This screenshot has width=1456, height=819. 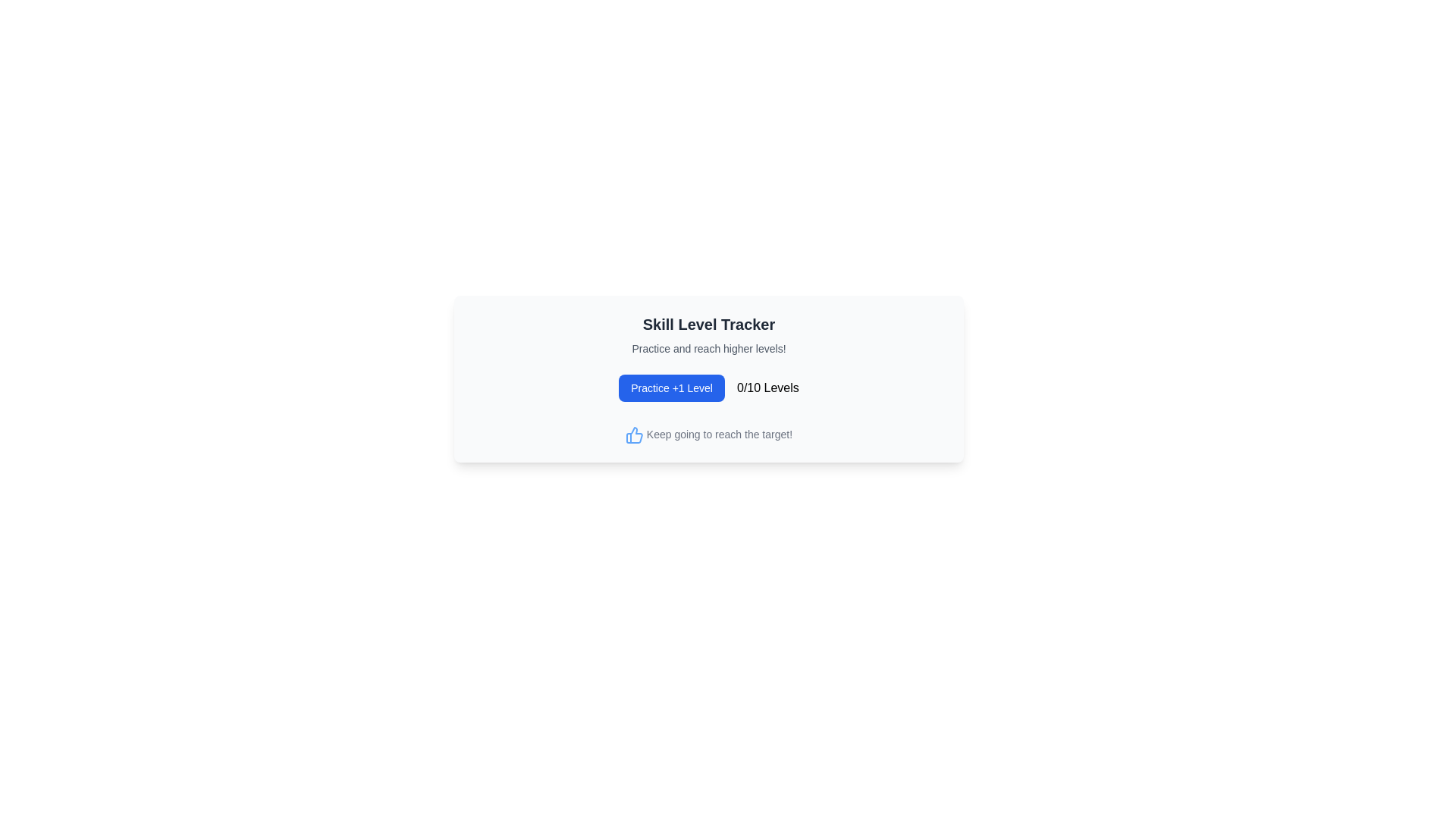 What do you see at coordinates (634, 435) in the screenshot?
I see `the thumbs-up icon, which is styled in light blue and located below the text 'Keep going to reach the target!'` at bounding box center [634, 435].